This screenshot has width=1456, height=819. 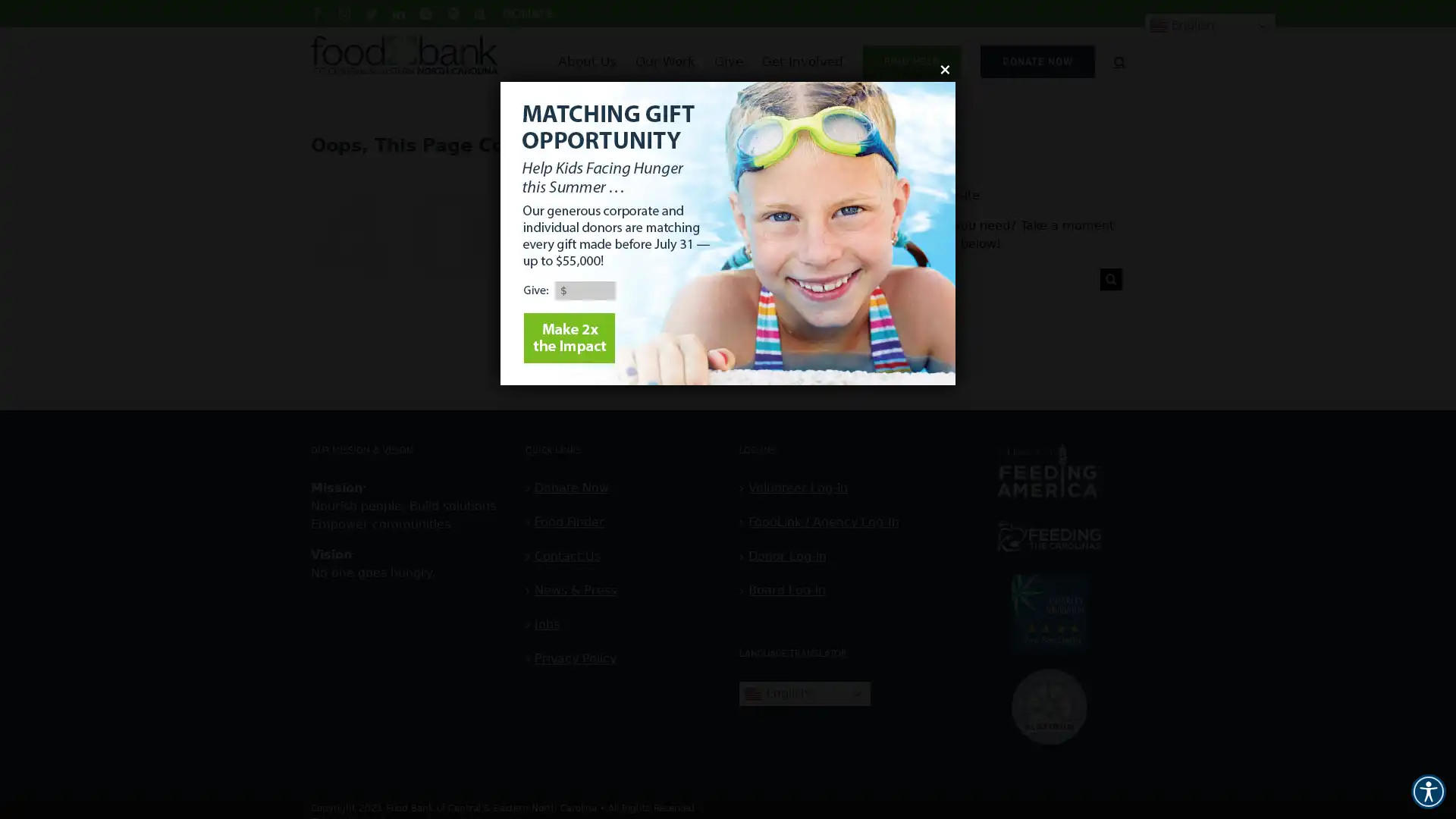 I want to click on Search, so click(x=1120, y=60).